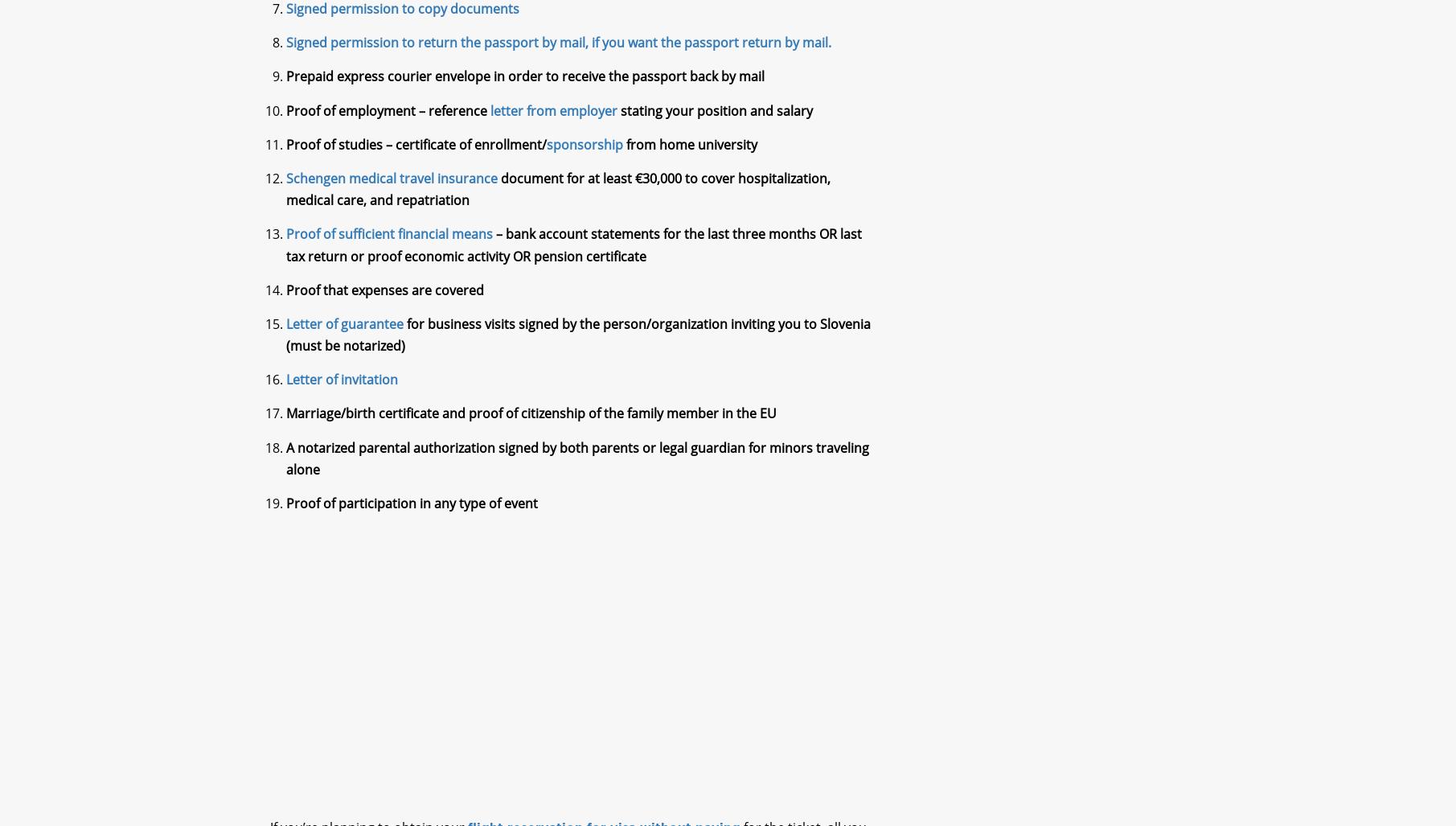 This screenshot has width=1456, height=826. I want to click on 'Letter of invitation', so click(341, 392).